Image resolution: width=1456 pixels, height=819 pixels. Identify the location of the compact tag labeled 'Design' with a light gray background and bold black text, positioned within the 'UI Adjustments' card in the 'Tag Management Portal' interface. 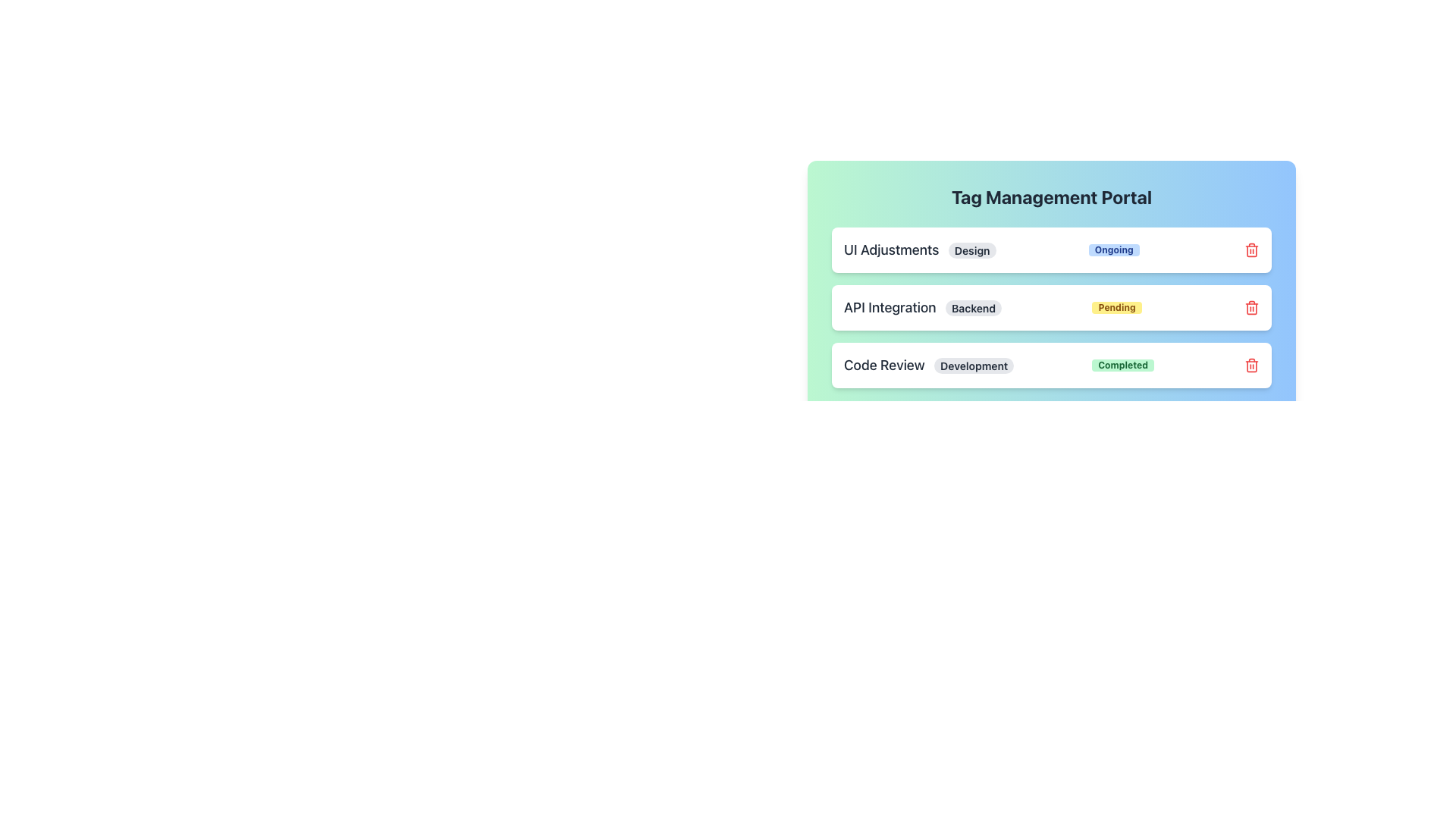
(972, 249).